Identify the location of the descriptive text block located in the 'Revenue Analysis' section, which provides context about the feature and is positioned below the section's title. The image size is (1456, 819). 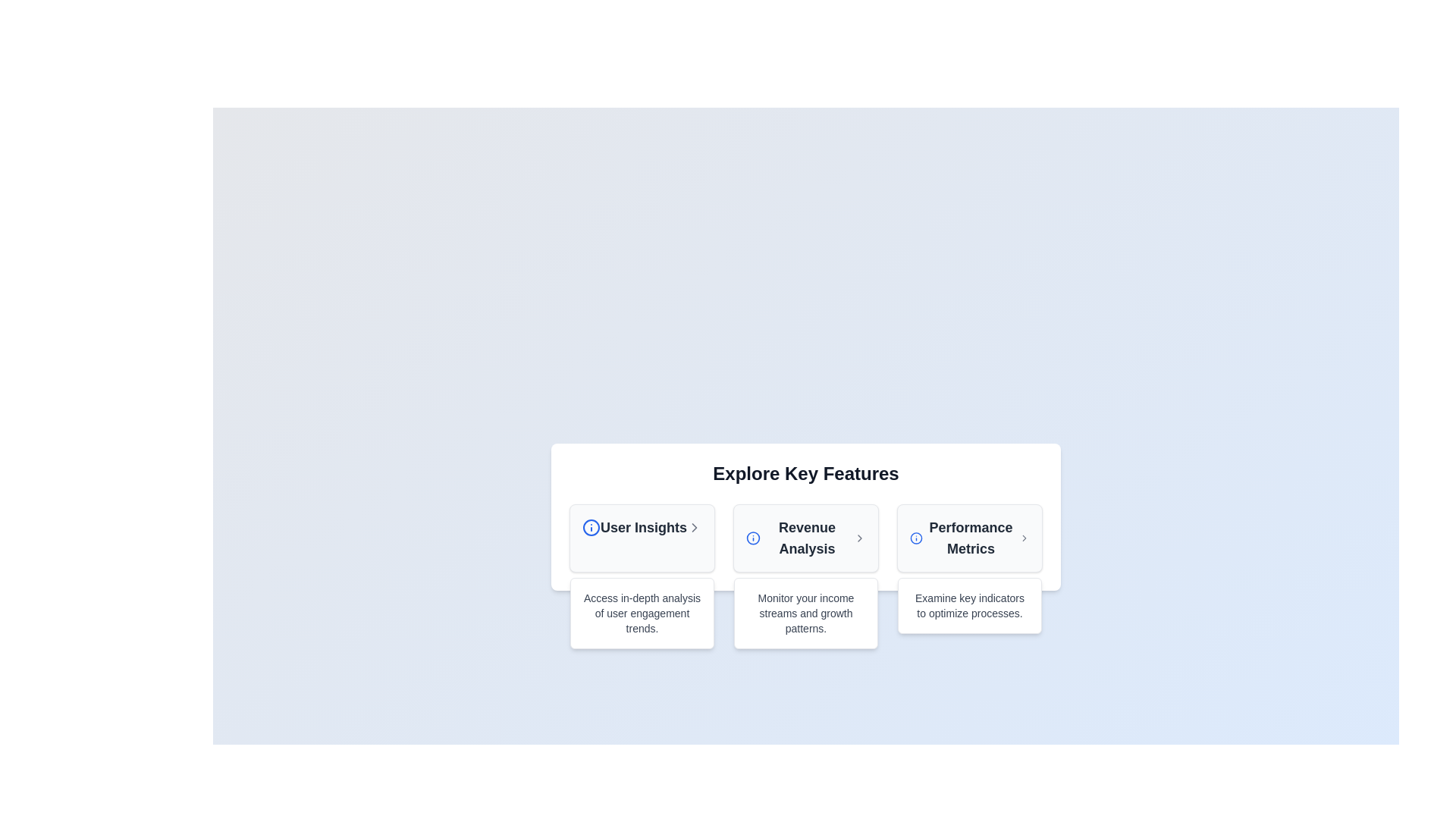
(805, 613).